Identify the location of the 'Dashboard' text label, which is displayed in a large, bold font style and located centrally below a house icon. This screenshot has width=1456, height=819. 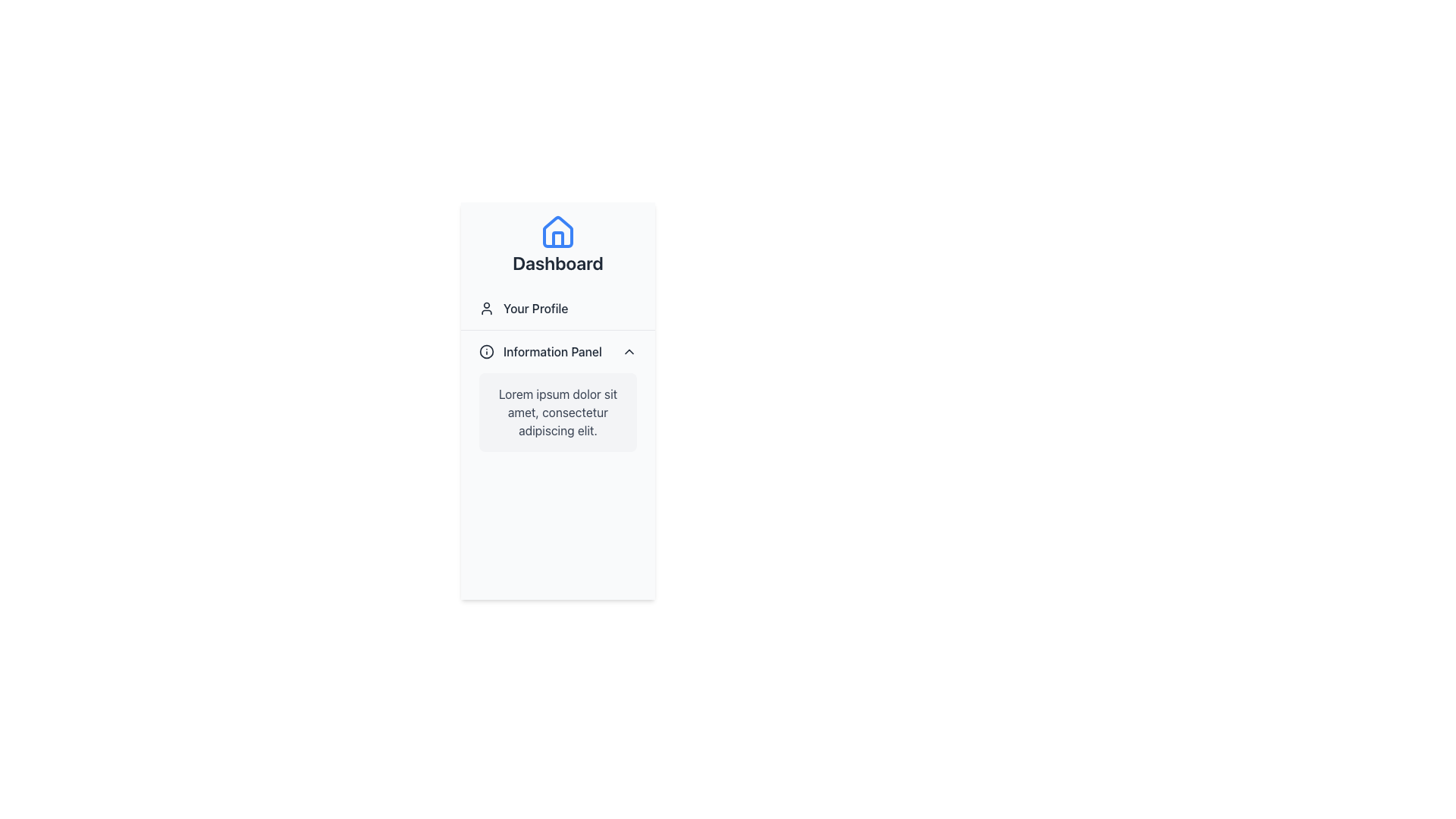
(557, 262).